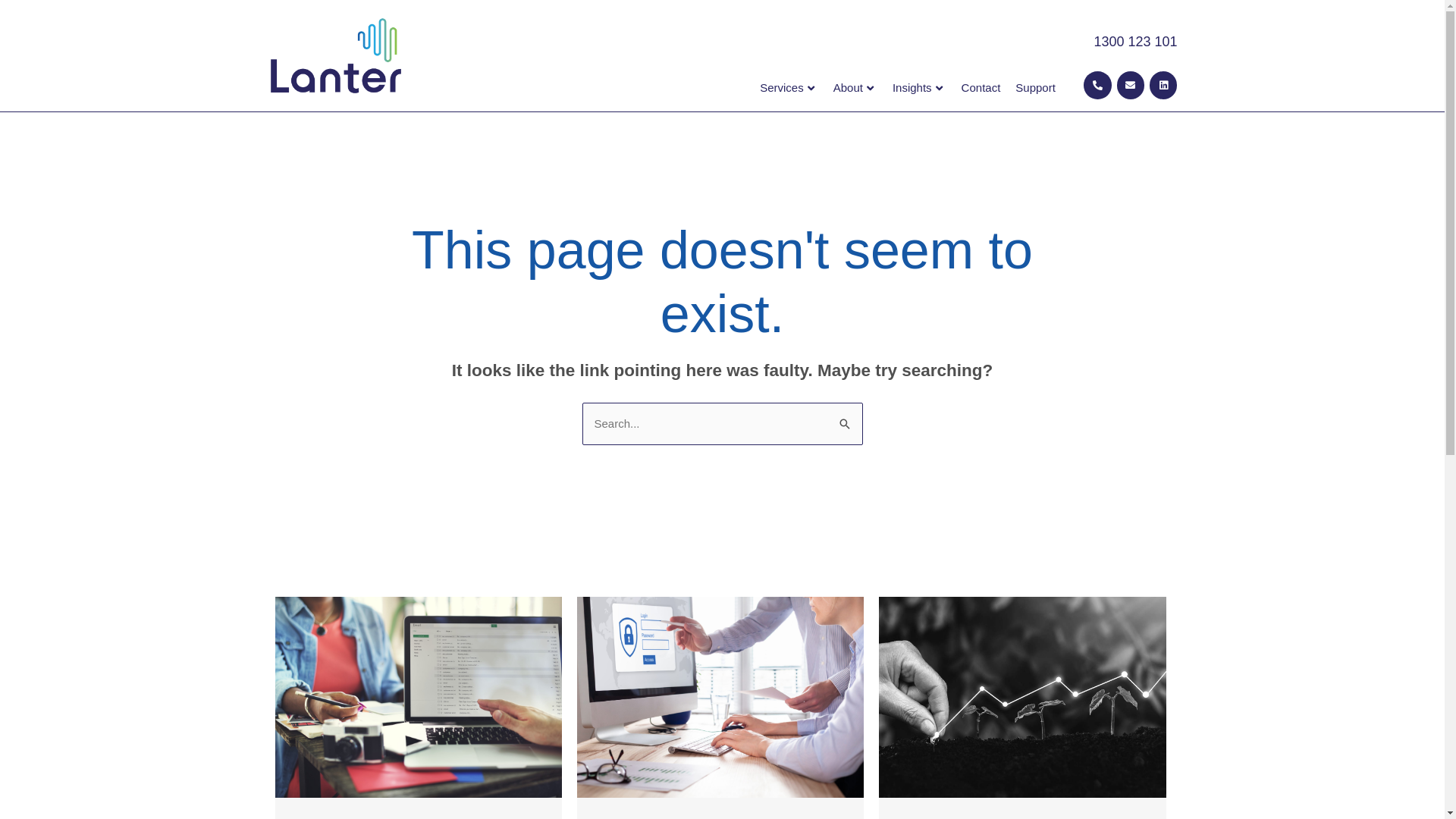 Image resolution: width=1456 pixels, height=819 pixels. Describe the element at coordinates (918, 87) in the screenshot. I see `'Insights'` at that location.